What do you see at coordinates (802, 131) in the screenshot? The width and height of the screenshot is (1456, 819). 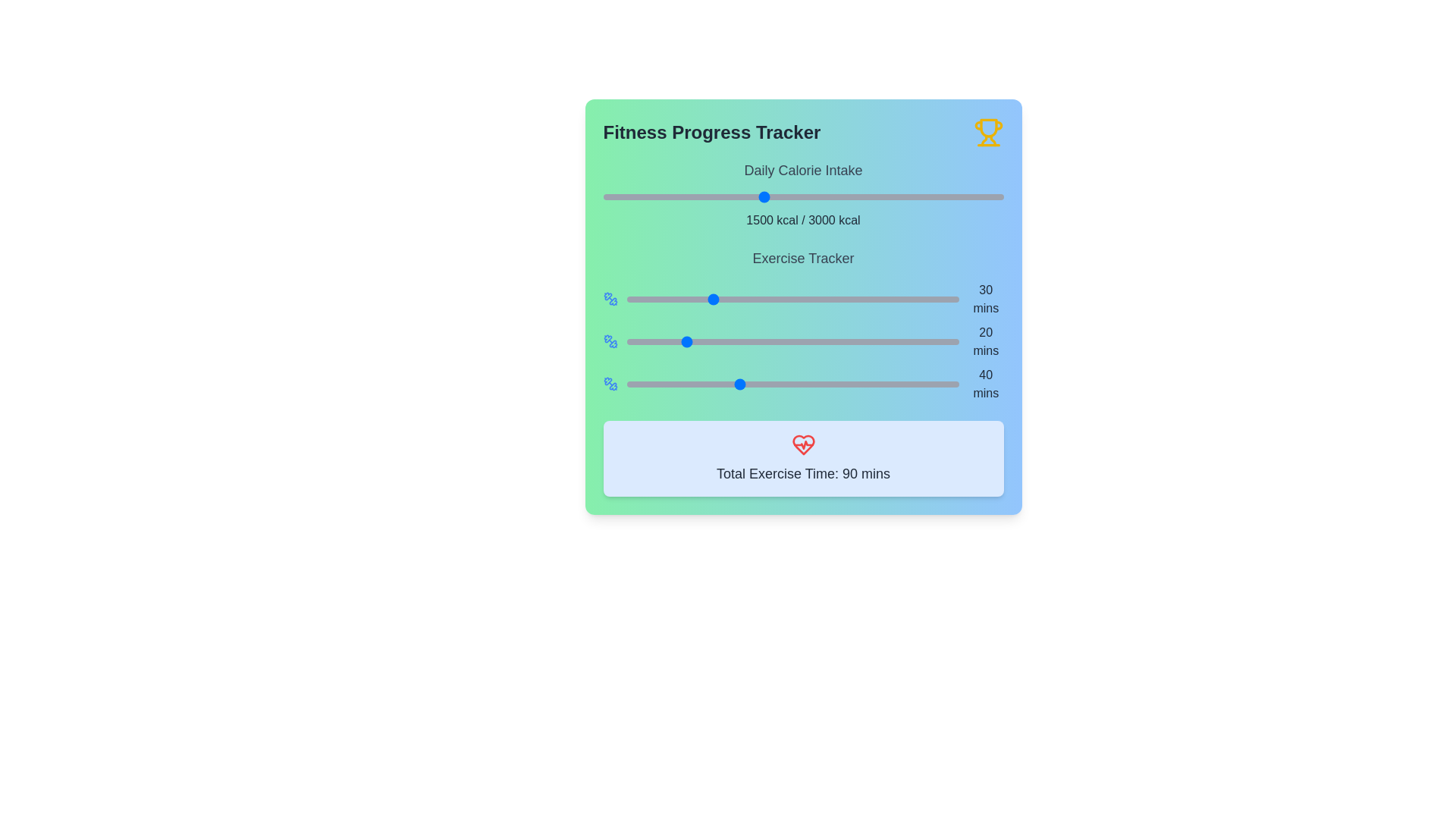 I see `the title 'Fitness Progress Tracker' located at the top of the card layout for additional context` at bounding box center [802, 131].